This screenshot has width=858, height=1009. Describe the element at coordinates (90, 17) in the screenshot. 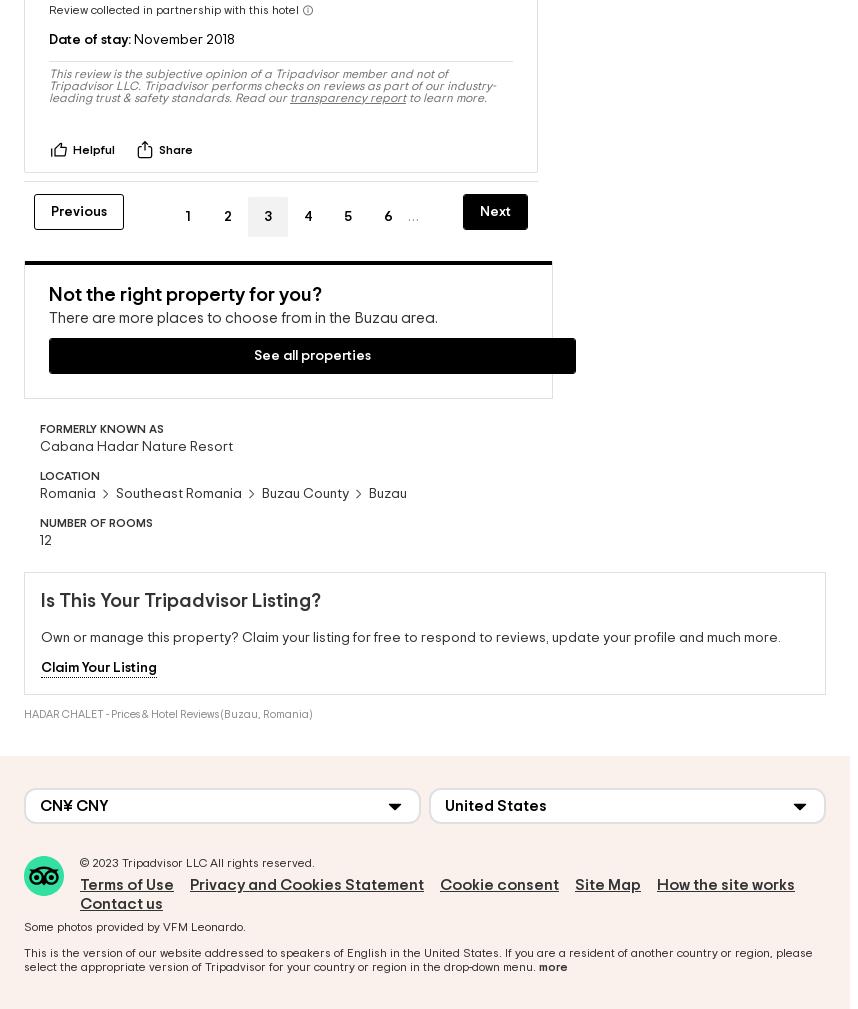

I see `'Date of stay:'` at that location.